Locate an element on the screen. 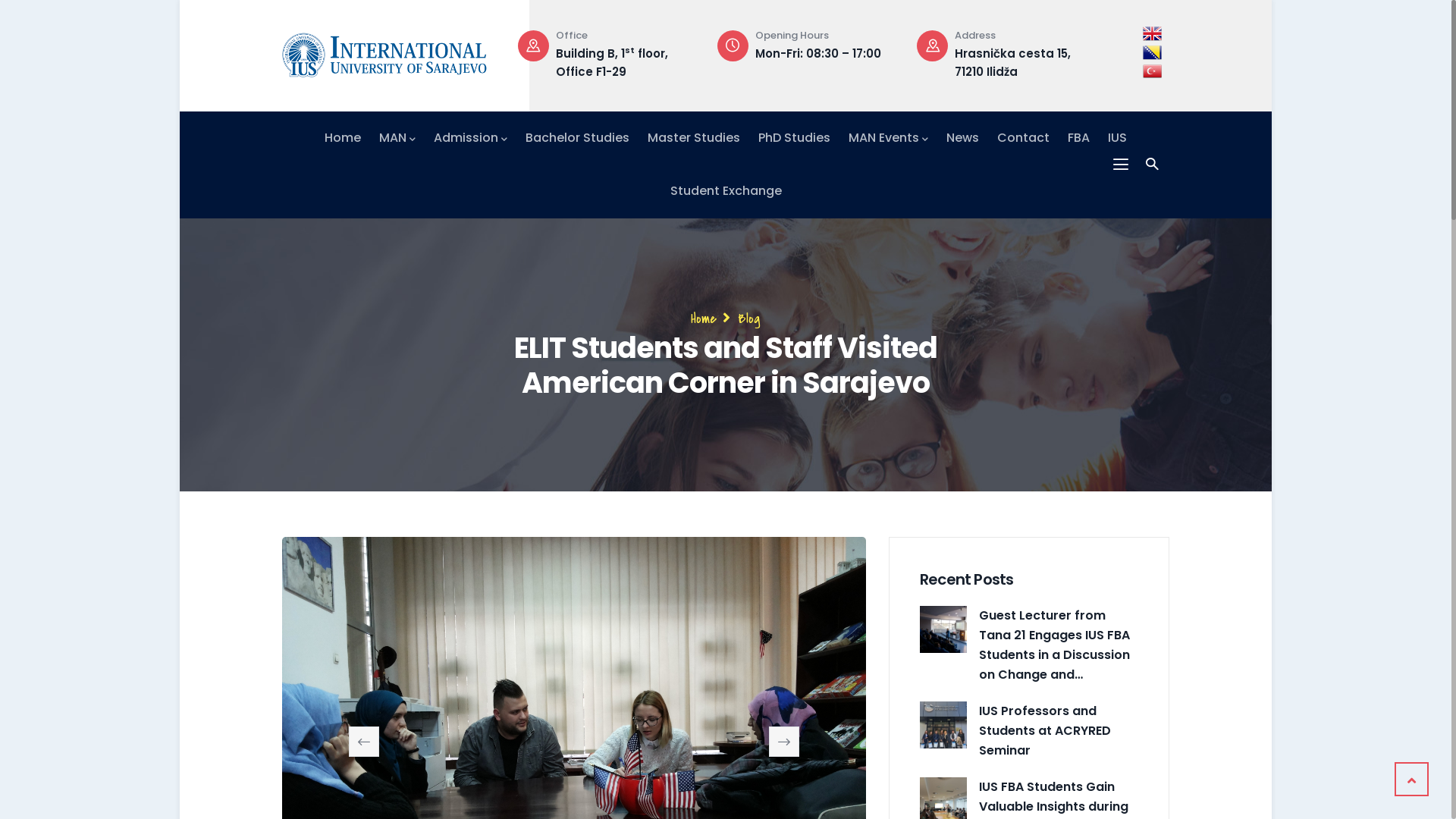 This screenshot has height=819, width=1456. 'MAN Events' is located at coordinates (888, 137).